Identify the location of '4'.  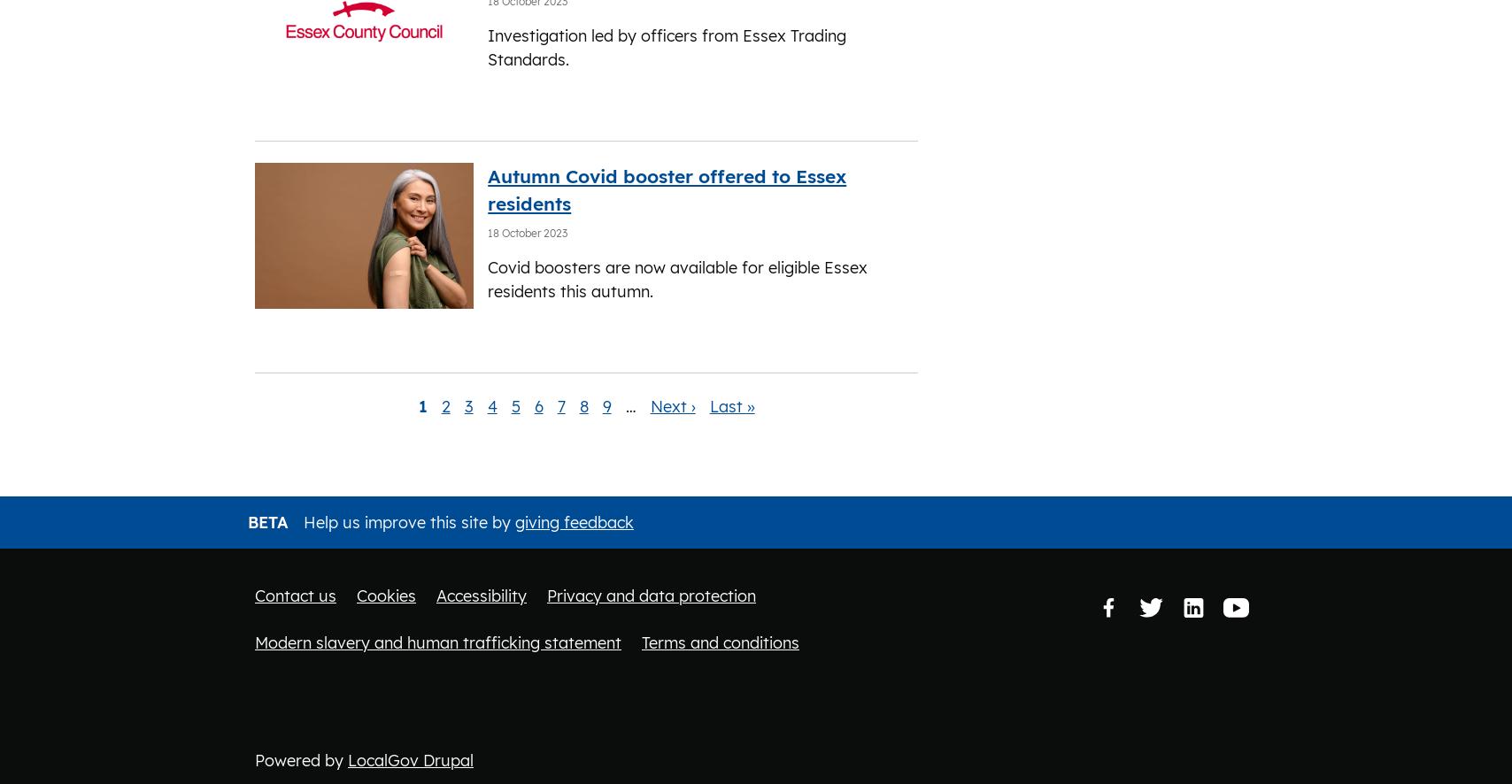
(491, 405).